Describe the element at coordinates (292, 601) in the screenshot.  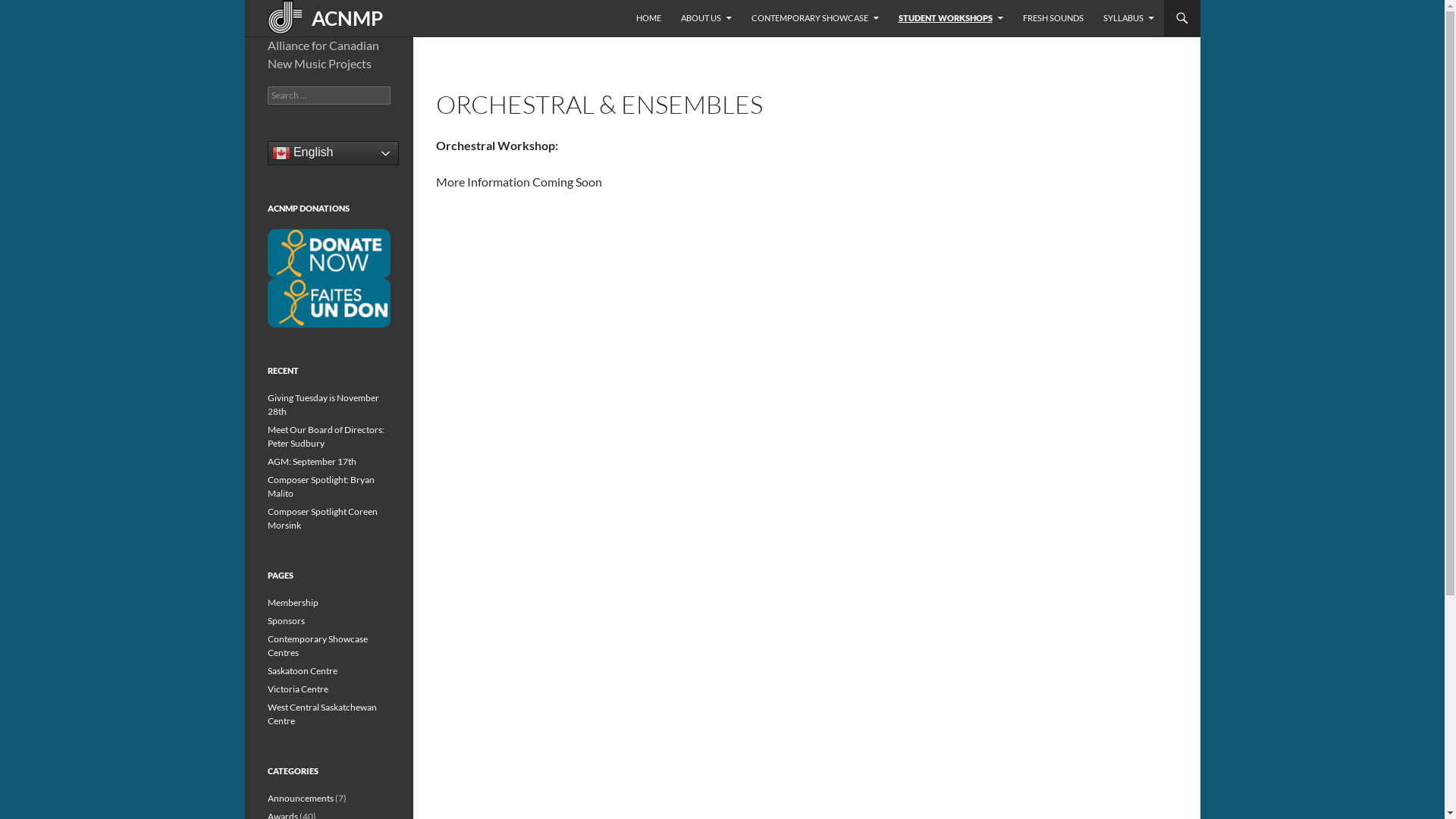
I see `'Membership'` at that location.